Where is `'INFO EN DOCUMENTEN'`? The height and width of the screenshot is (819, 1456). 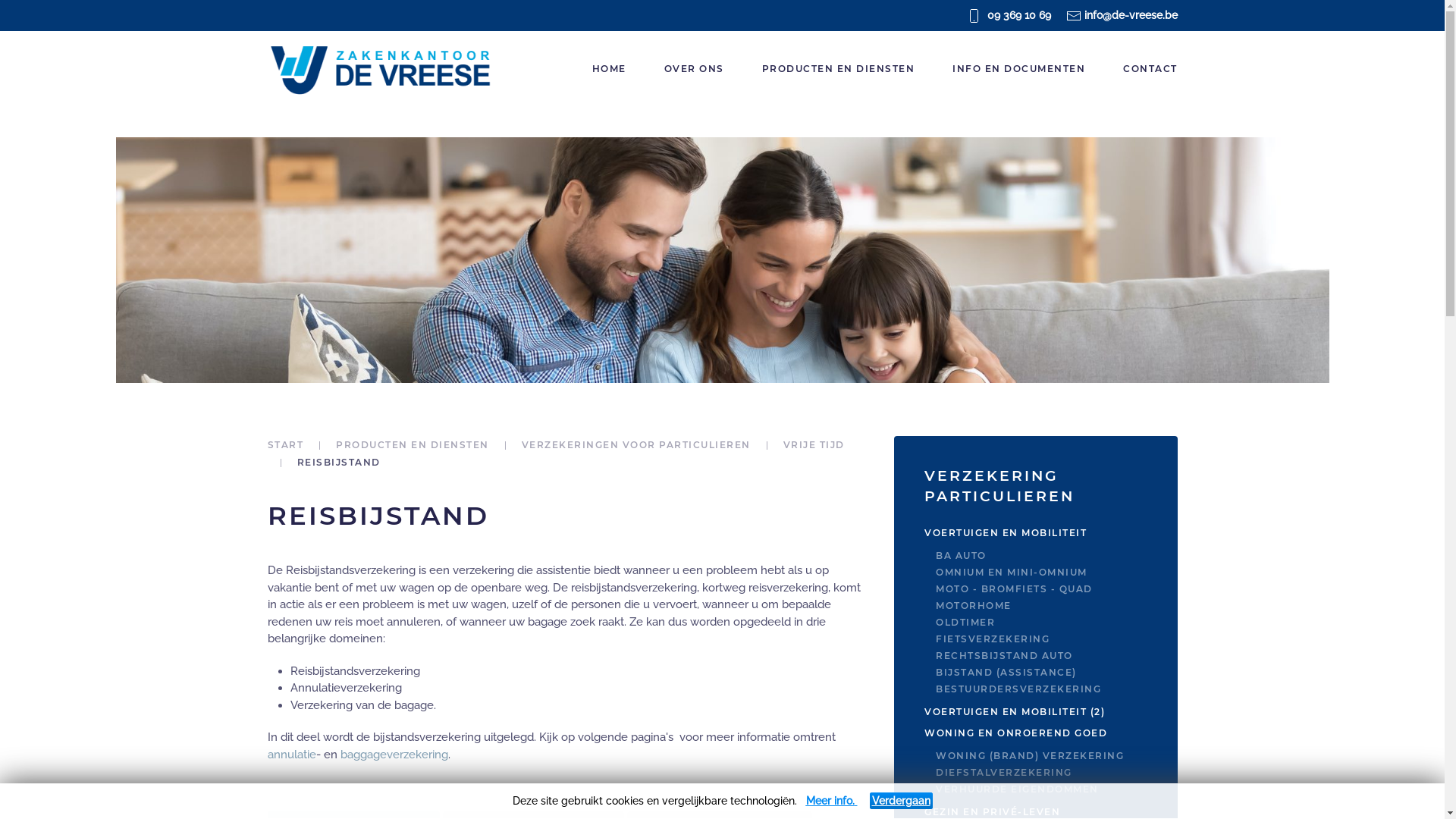 'INFO EN DOCUMENTEN' is located at coordinates (1018, 69).